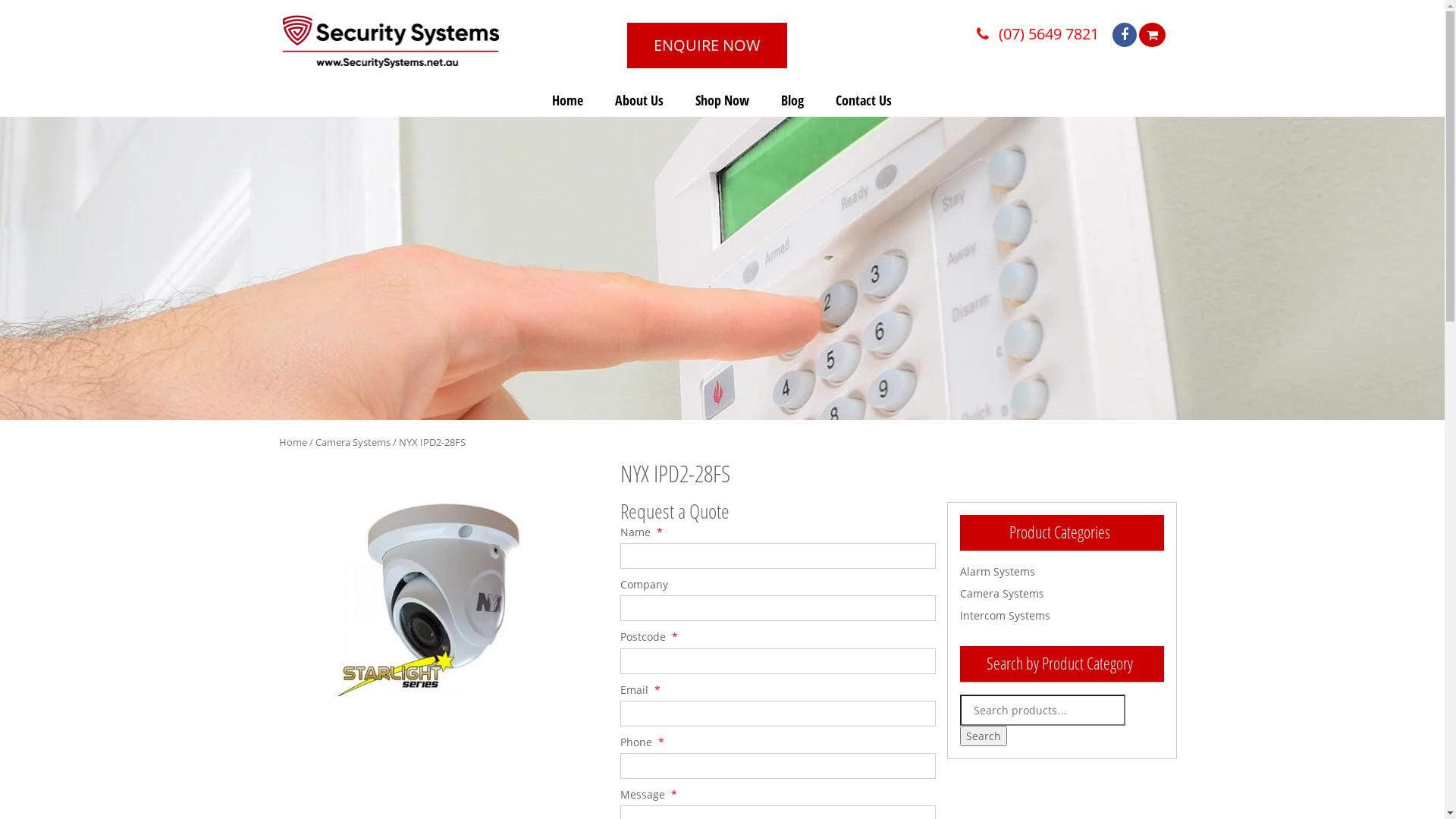 This screenshot has width=1456, height=819. What do you see at coordinates (986, 33) in the screenshot?
I see `'(07) 5649 7821'` at bounding box center [986, 33].